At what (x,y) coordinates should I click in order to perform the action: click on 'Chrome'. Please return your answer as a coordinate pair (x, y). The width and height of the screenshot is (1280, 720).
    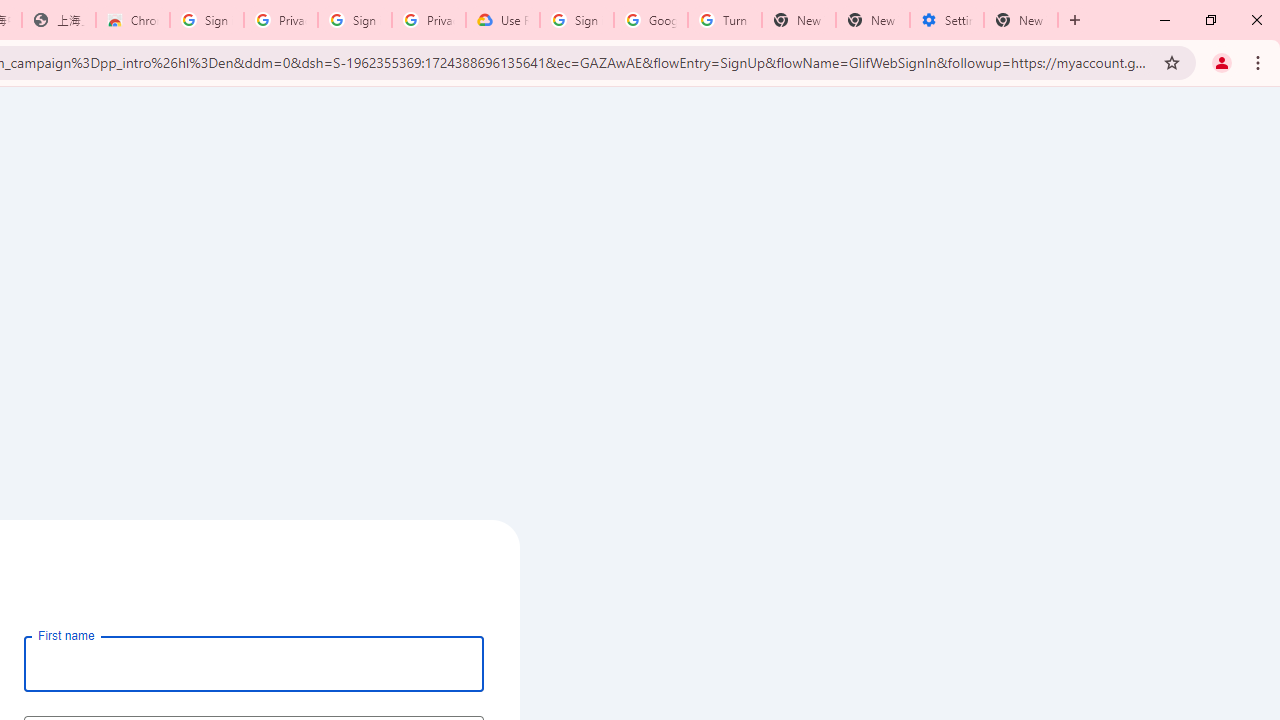
    Looking at the image, I should click on (1259, 61).